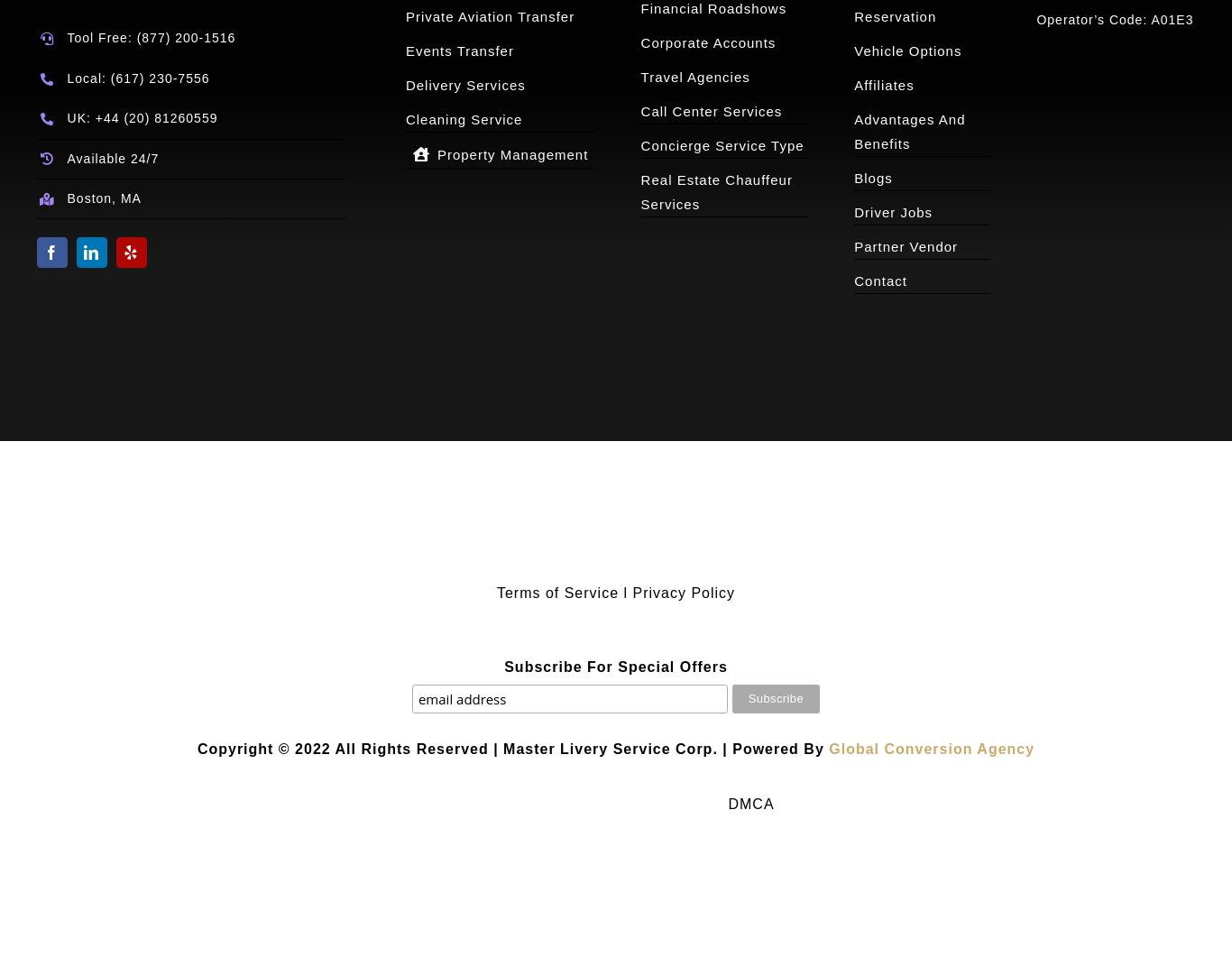 The height and width of the screenshot is (957, 1232). Describe the element at coordinates (716, 191) in the screenshot. I see `'Real Estate Chauffeur Services'` at that location.